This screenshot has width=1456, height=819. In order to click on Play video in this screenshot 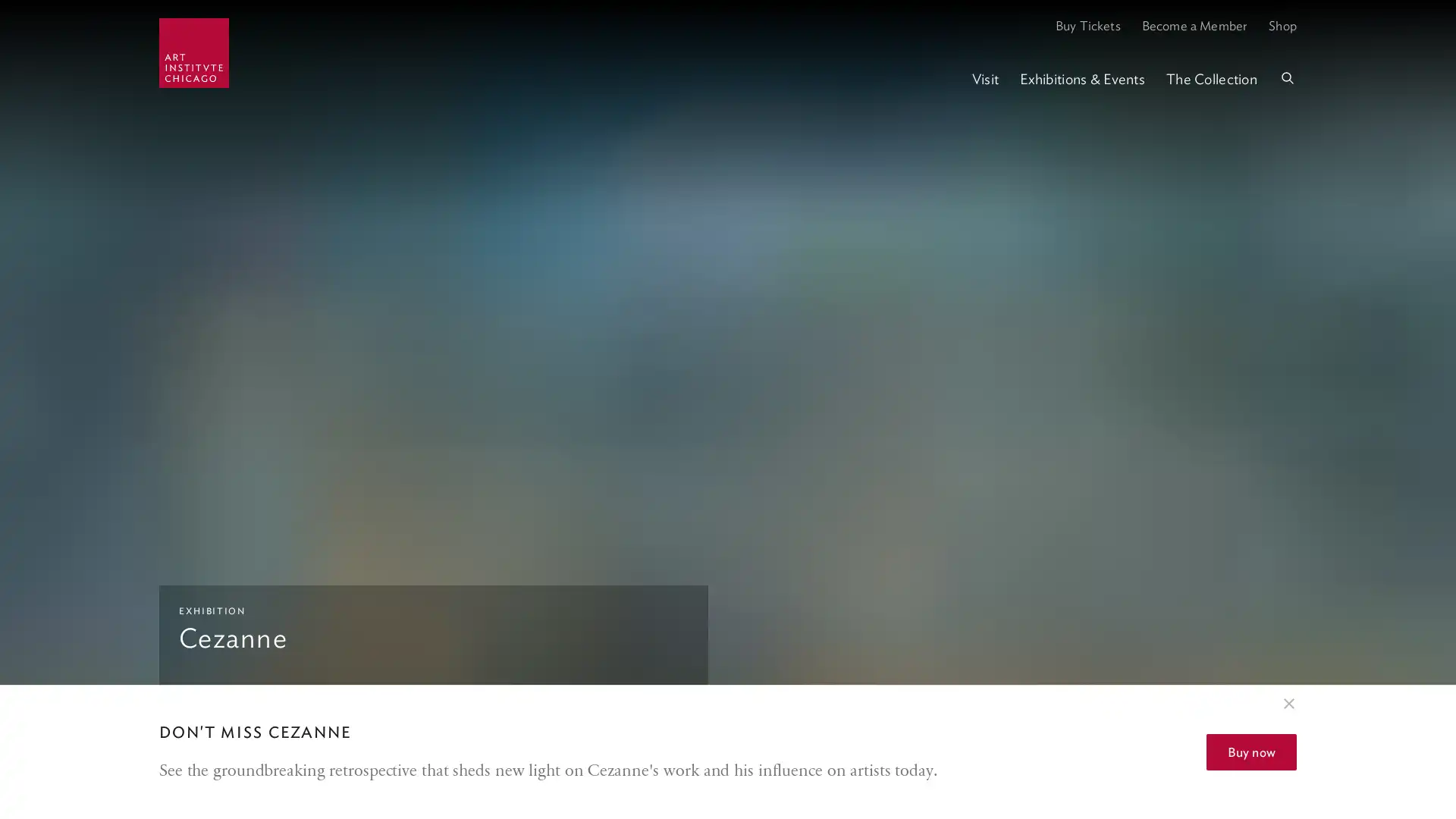, I will do `click(1427, 751)`.